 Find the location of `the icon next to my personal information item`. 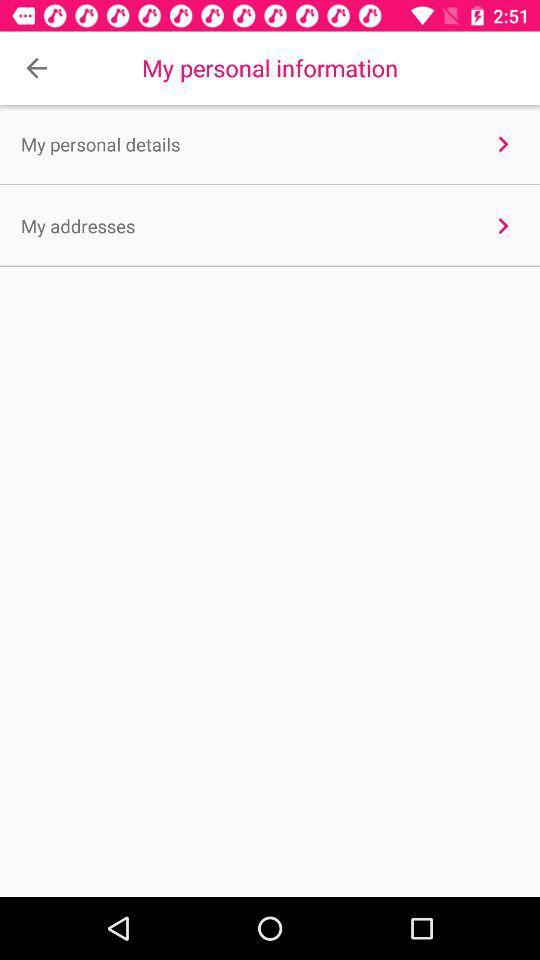

the icon next to my personal information item is located at coordinates (36, 68).